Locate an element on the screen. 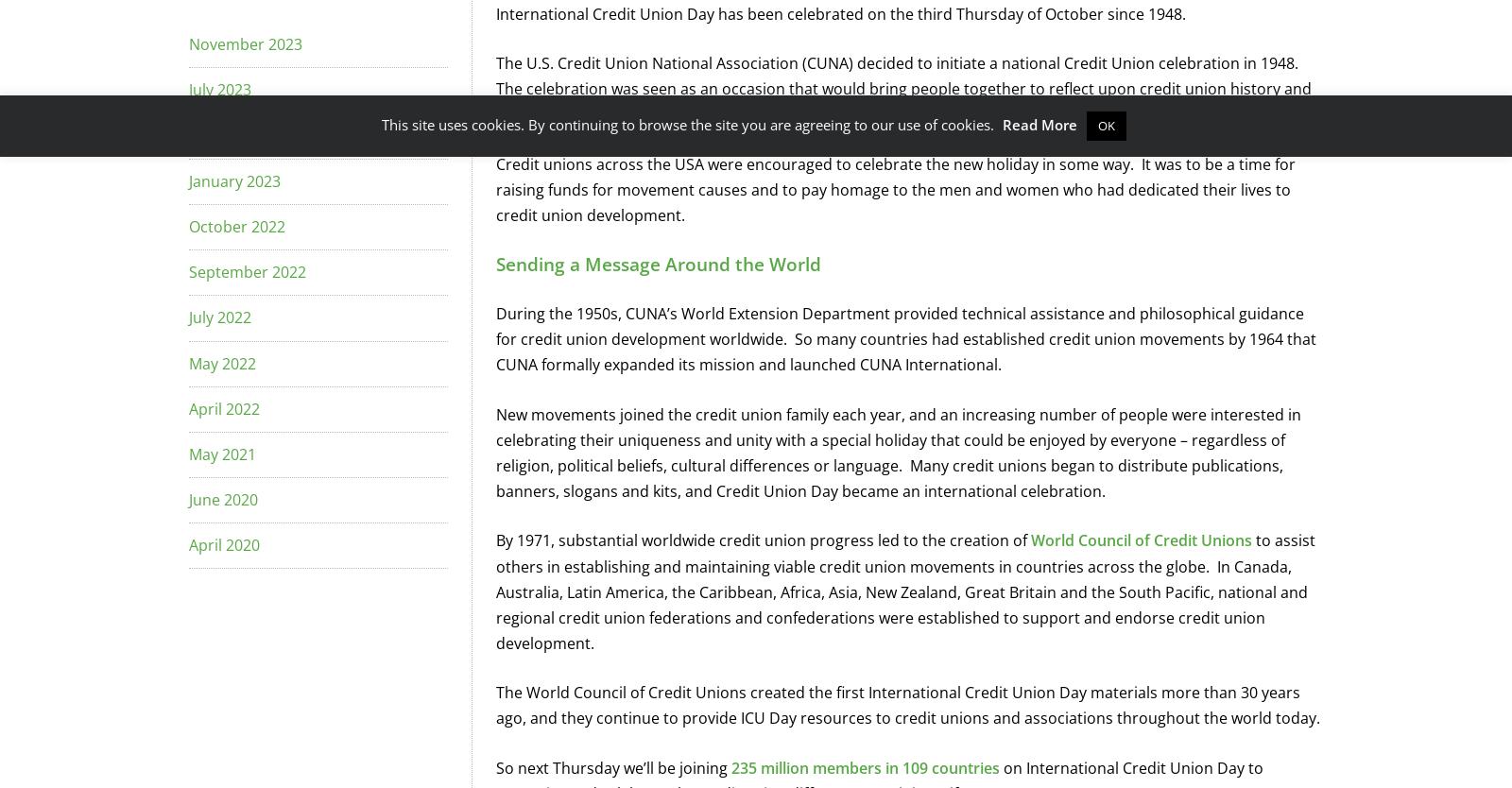 The height and width of the screenshot is (788, 1512). 'World Council of Credit Unions' is located at coordinates (1141, 540).